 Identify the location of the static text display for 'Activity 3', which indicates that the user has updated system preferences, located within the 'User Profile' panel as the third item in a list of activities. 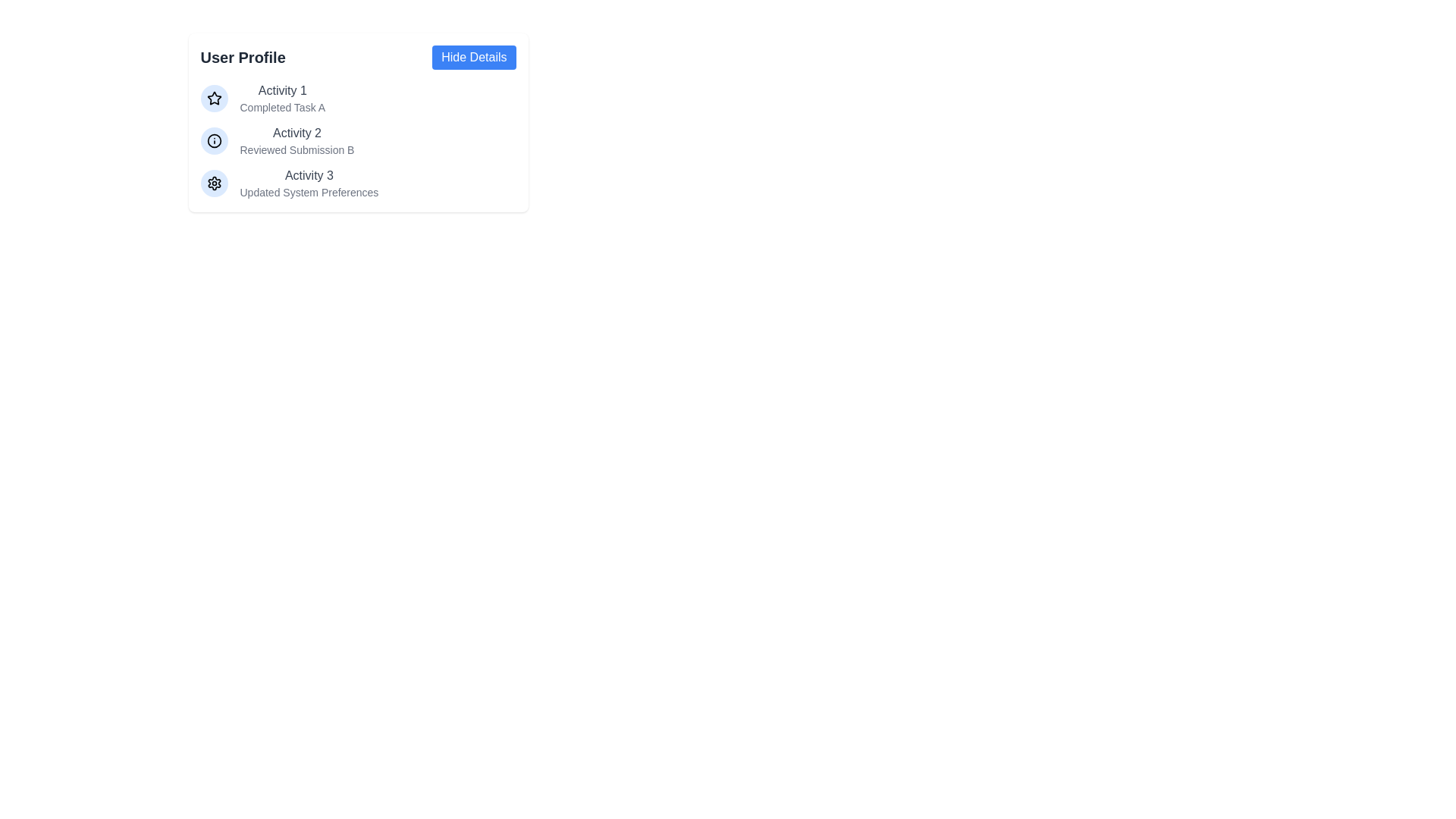
(309, 183).